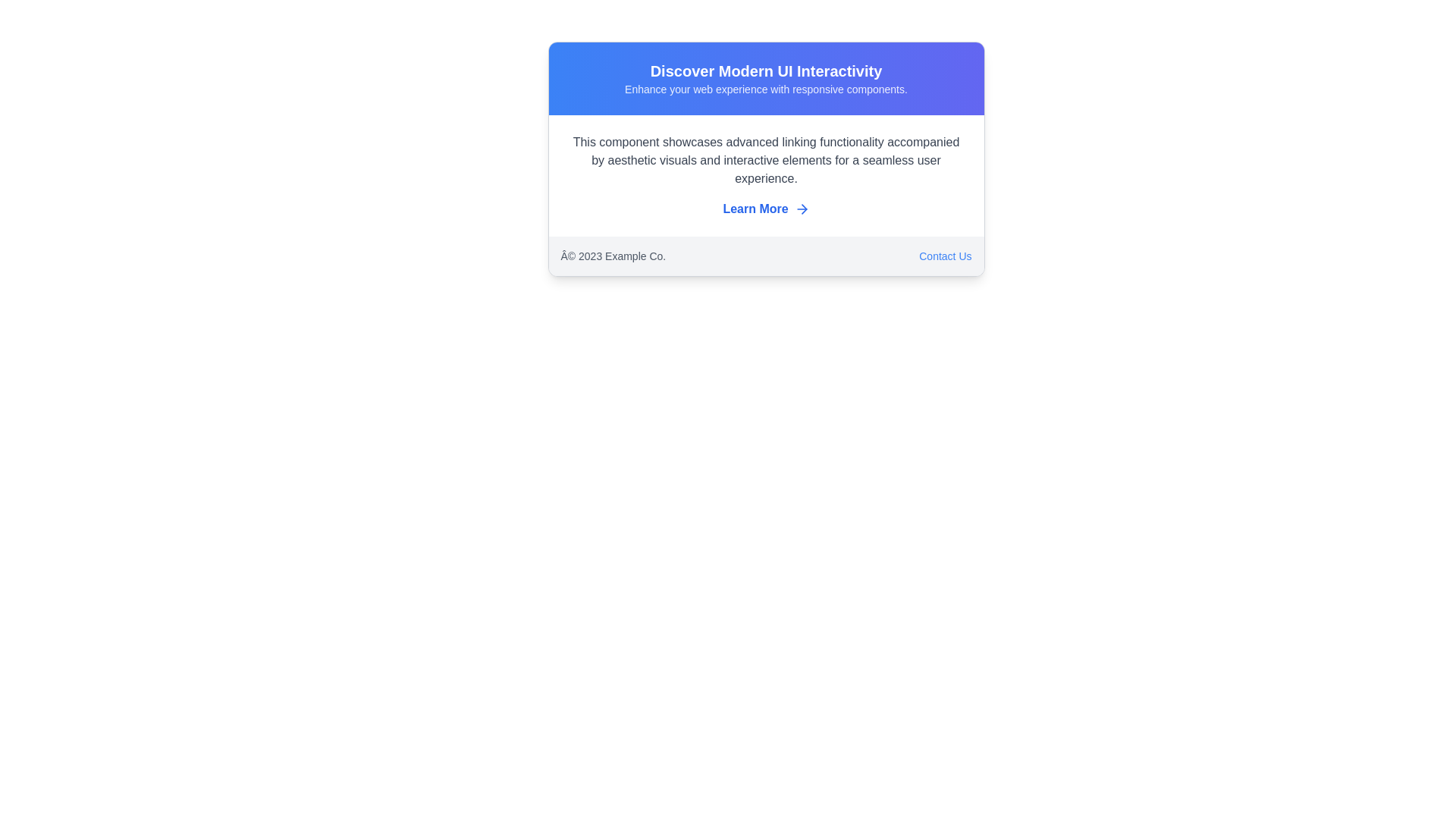  Describe the element at coordinates (766, 209) in the screenshot. I see `the 'Learn More' hyperlink, which is styled in blue font and located below descriptive text` at that location.